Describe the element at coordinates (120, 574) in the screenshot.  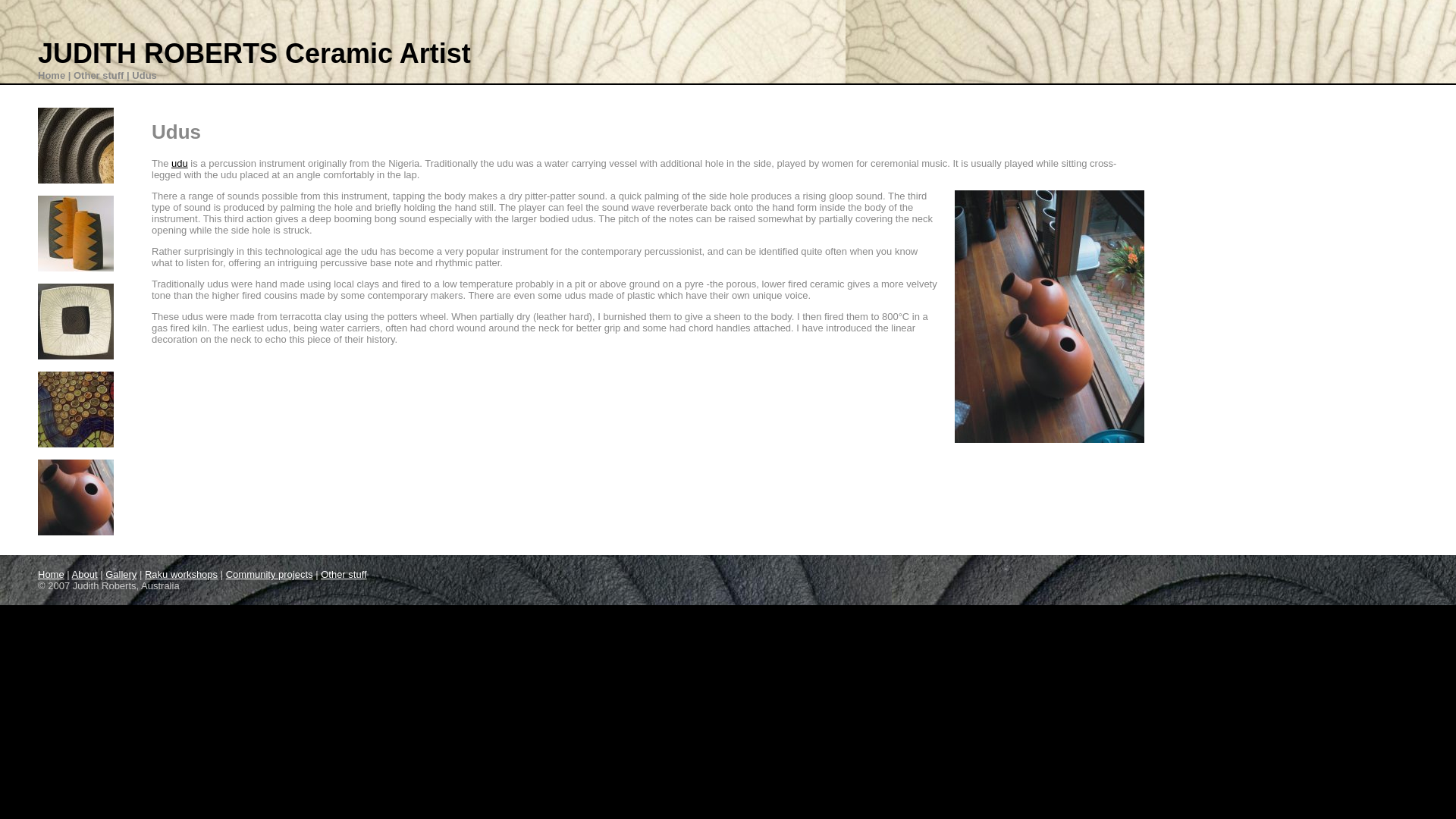
I see `'Gallery'` at that location.